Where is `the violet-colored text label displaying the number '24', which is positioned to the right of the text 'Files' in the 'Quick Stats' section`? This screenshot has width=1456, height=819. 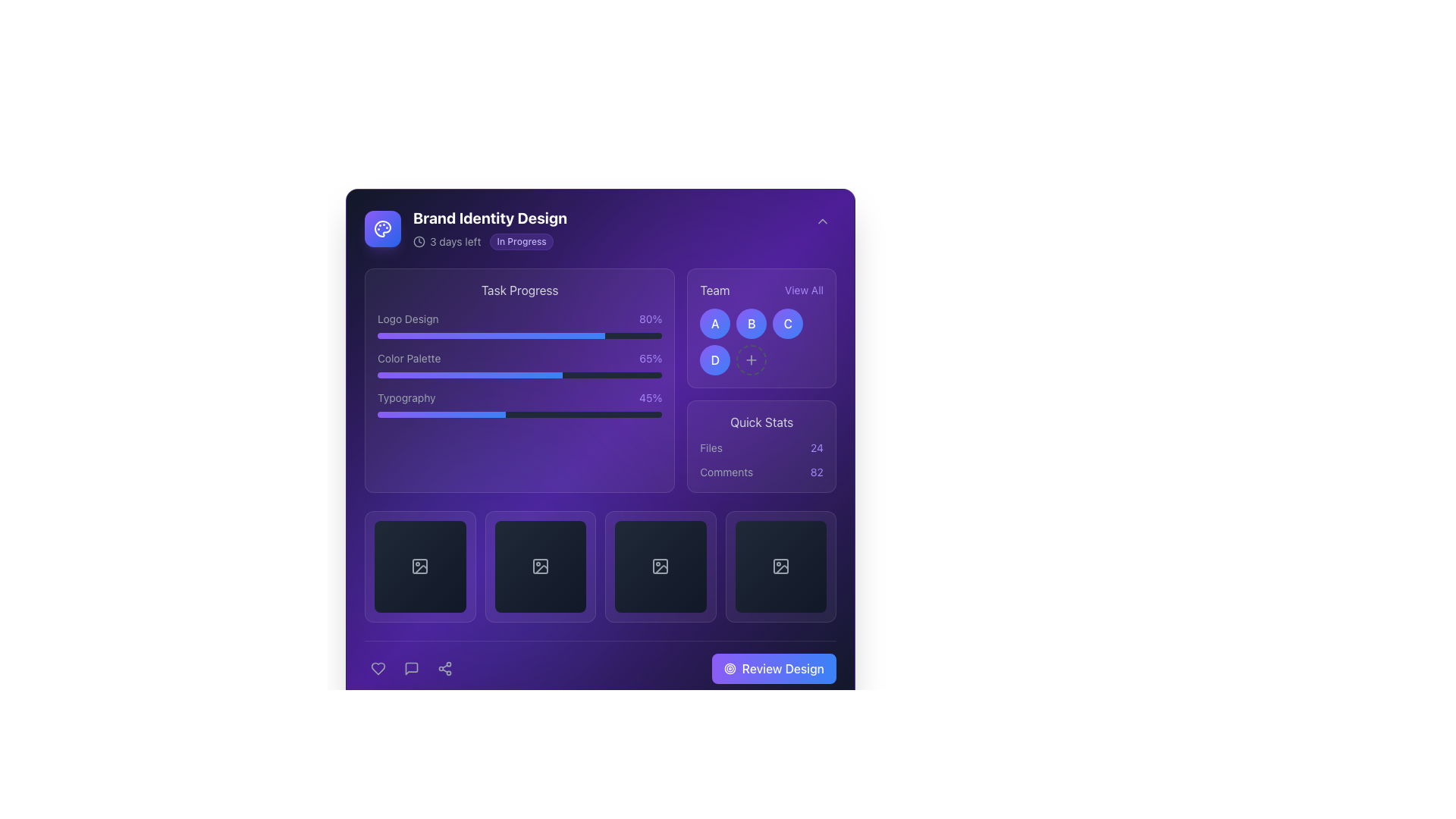 the violet-colored text label displaying the number '24', which is positioned to the right of the text 'Files' in the 'Quick Stats' section is located at coordinates (816, 447).